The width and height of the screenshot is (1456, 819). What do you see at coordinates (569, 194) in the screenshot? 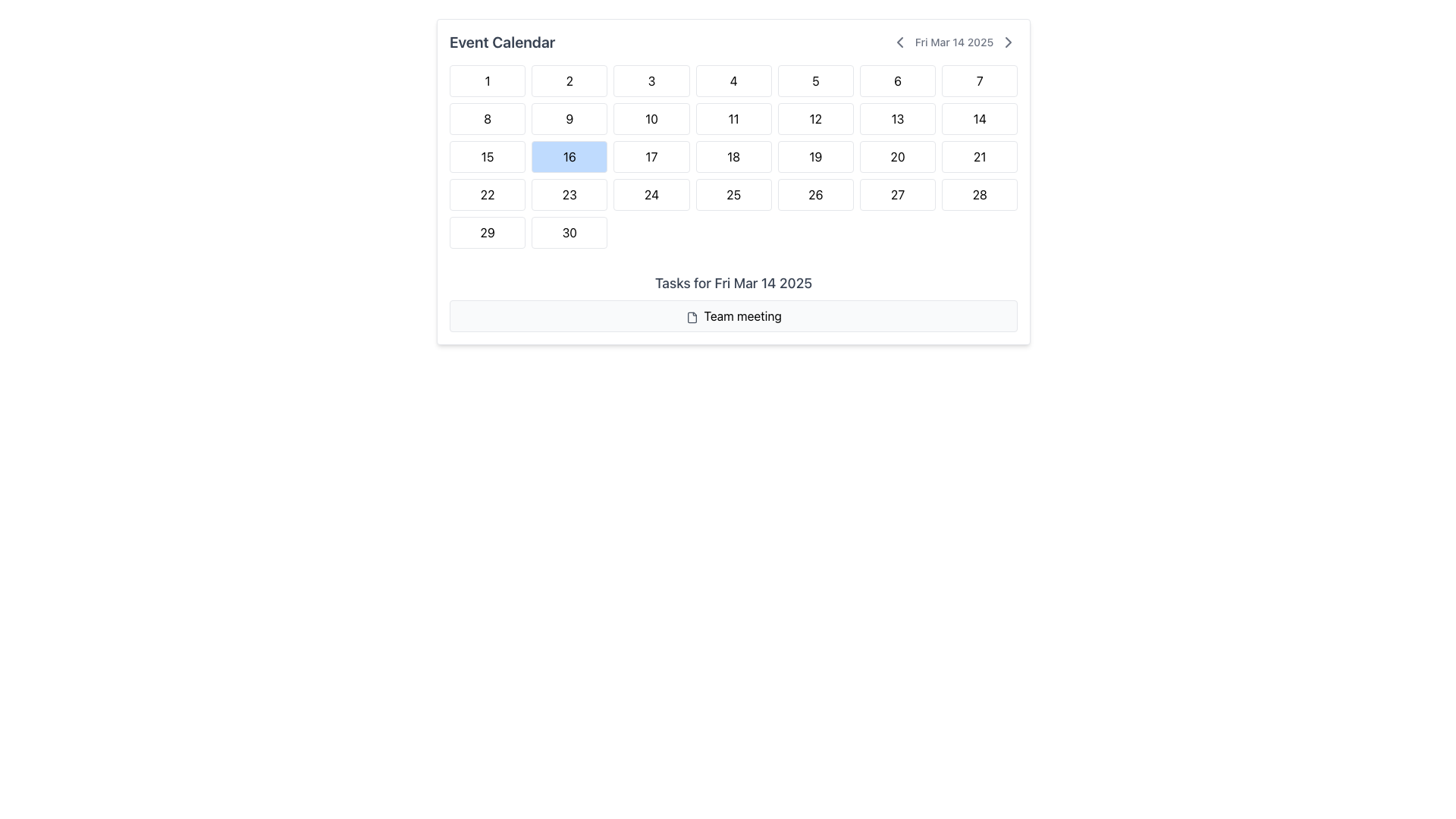
I see `the calendar date item representing the 23rd of the current month` at bounding box center [569, 194].